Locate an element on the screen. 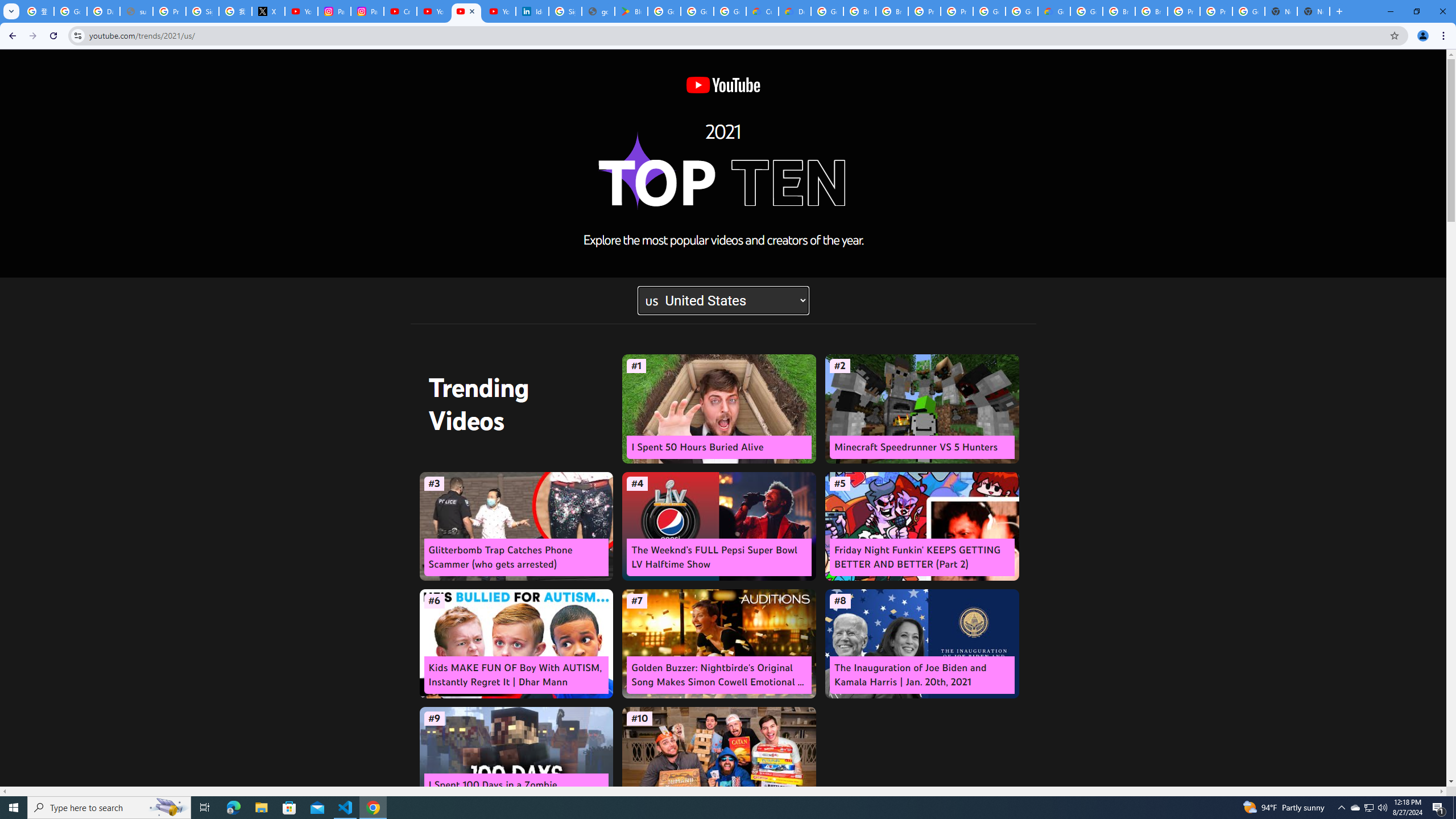 This screenshot has height=819, width=1456. 'Google Cloud Estimate Summary' is located at coordinates (1053, 11).